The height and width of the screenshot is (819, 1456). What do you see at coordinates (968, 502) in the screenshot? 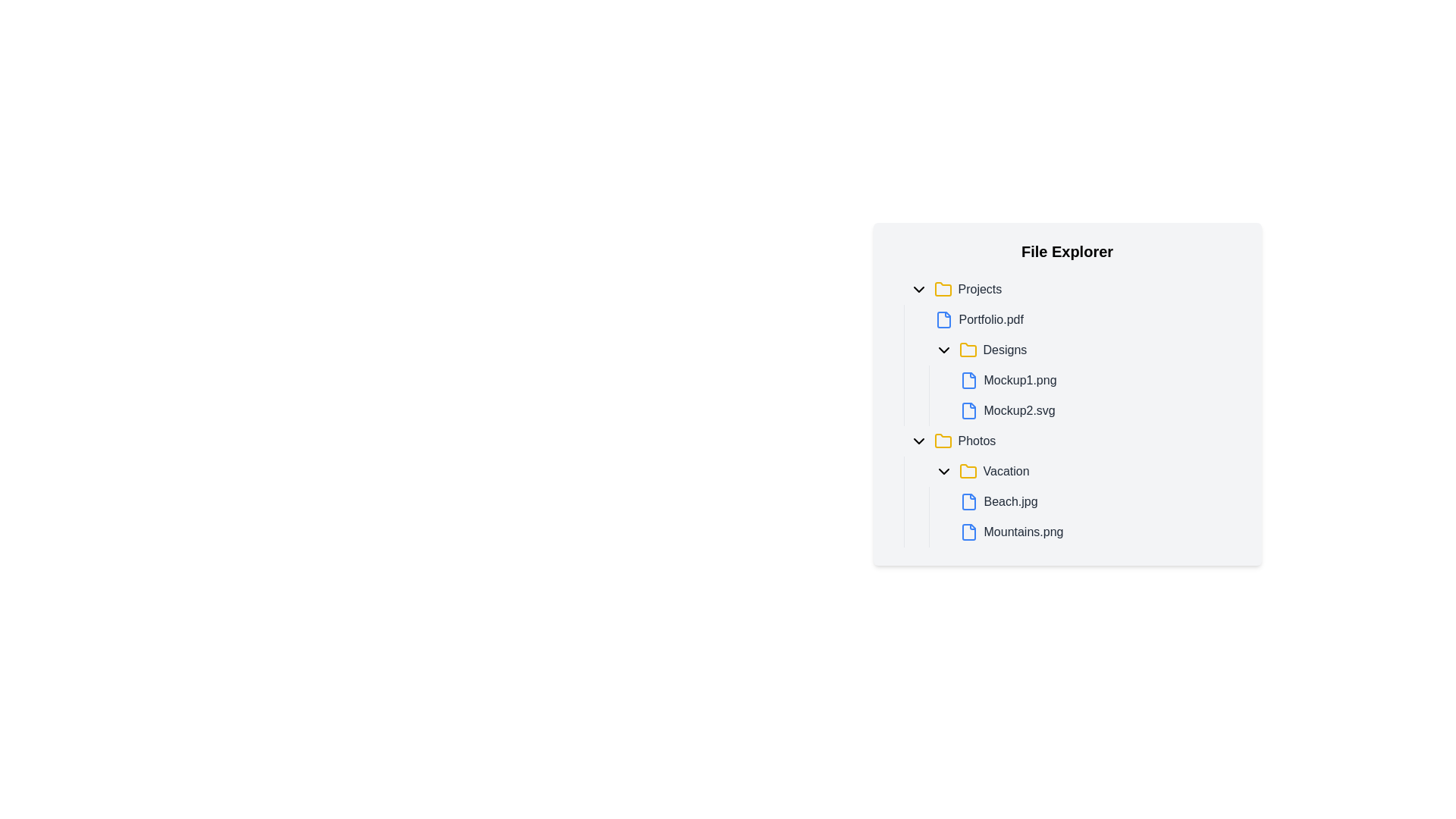
I see `the document icon with a folded top-right corner, which is adjacent to the label 'Beach.jpg' in the 'Vacation' folder within the 'File Explorer' panel` at bounding box center [968, 502].